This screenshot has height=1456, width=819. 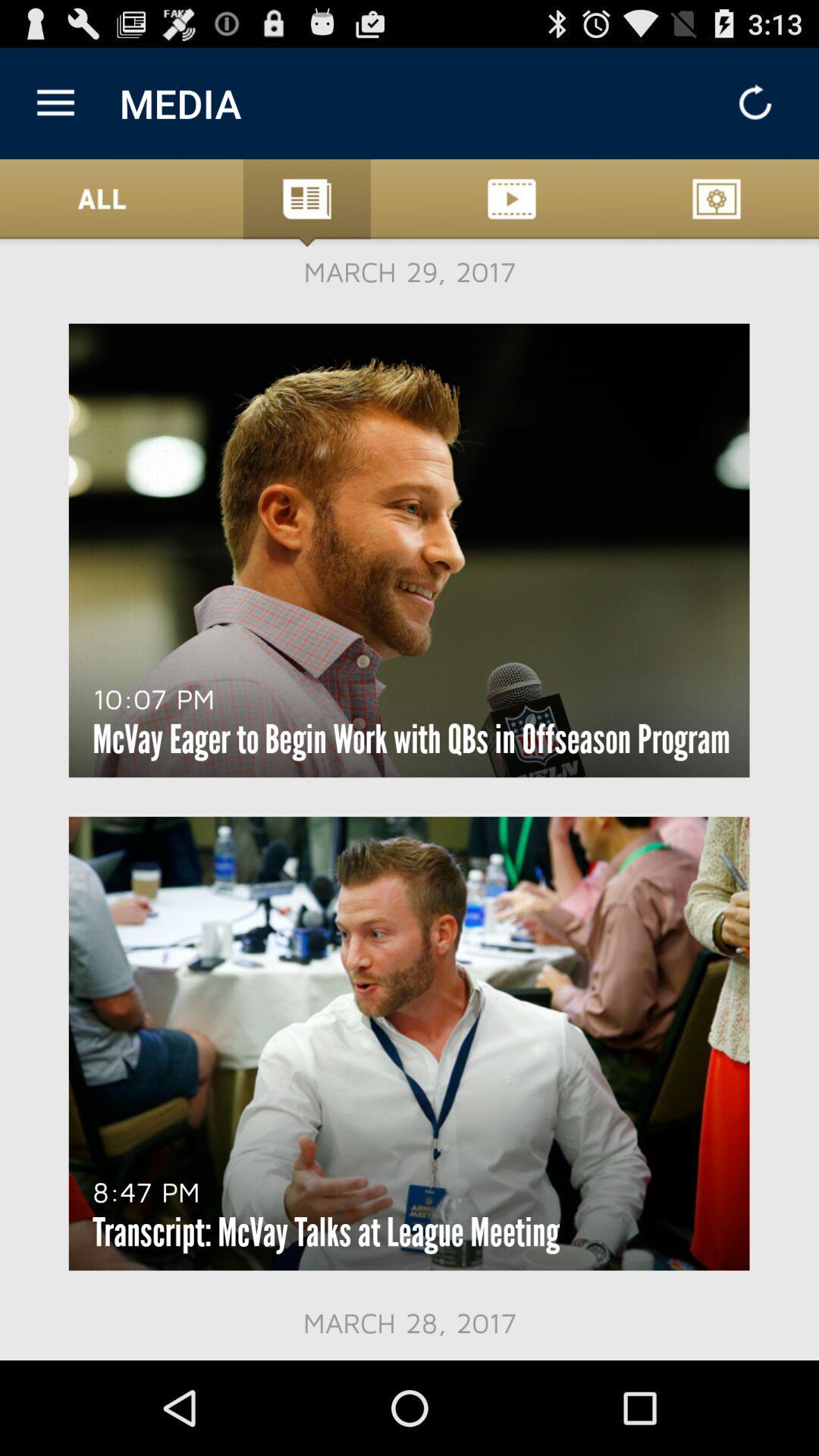 What do you see at coordinates (153, 698) in the screenshot?
I see `10:07 pm item` at bounding box center [153, 698].